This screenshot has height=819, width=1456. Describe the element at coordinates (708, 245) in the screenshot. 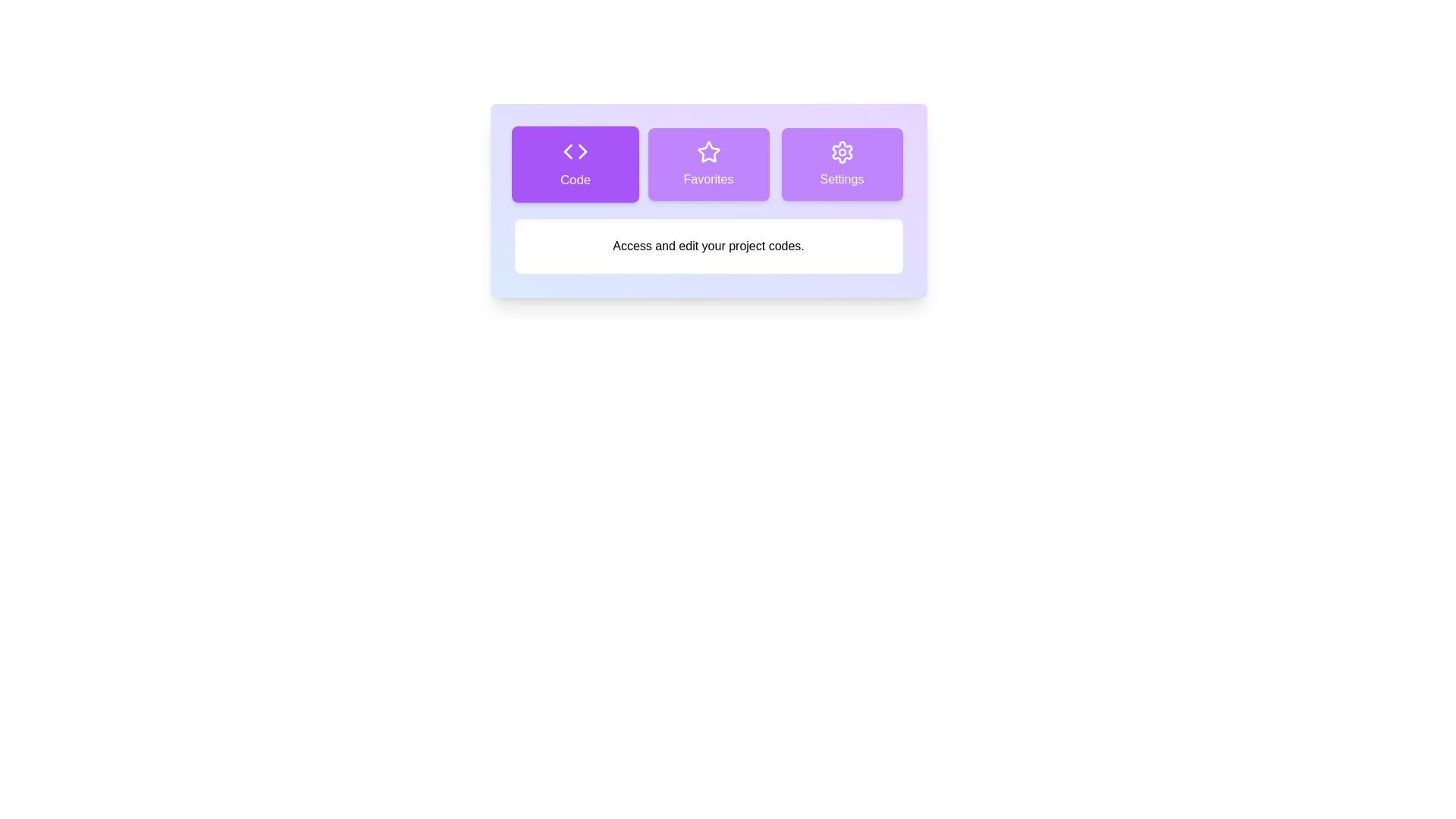

I see `text displayed in the text block that says 'Access and edit your project codes.'` at that location.